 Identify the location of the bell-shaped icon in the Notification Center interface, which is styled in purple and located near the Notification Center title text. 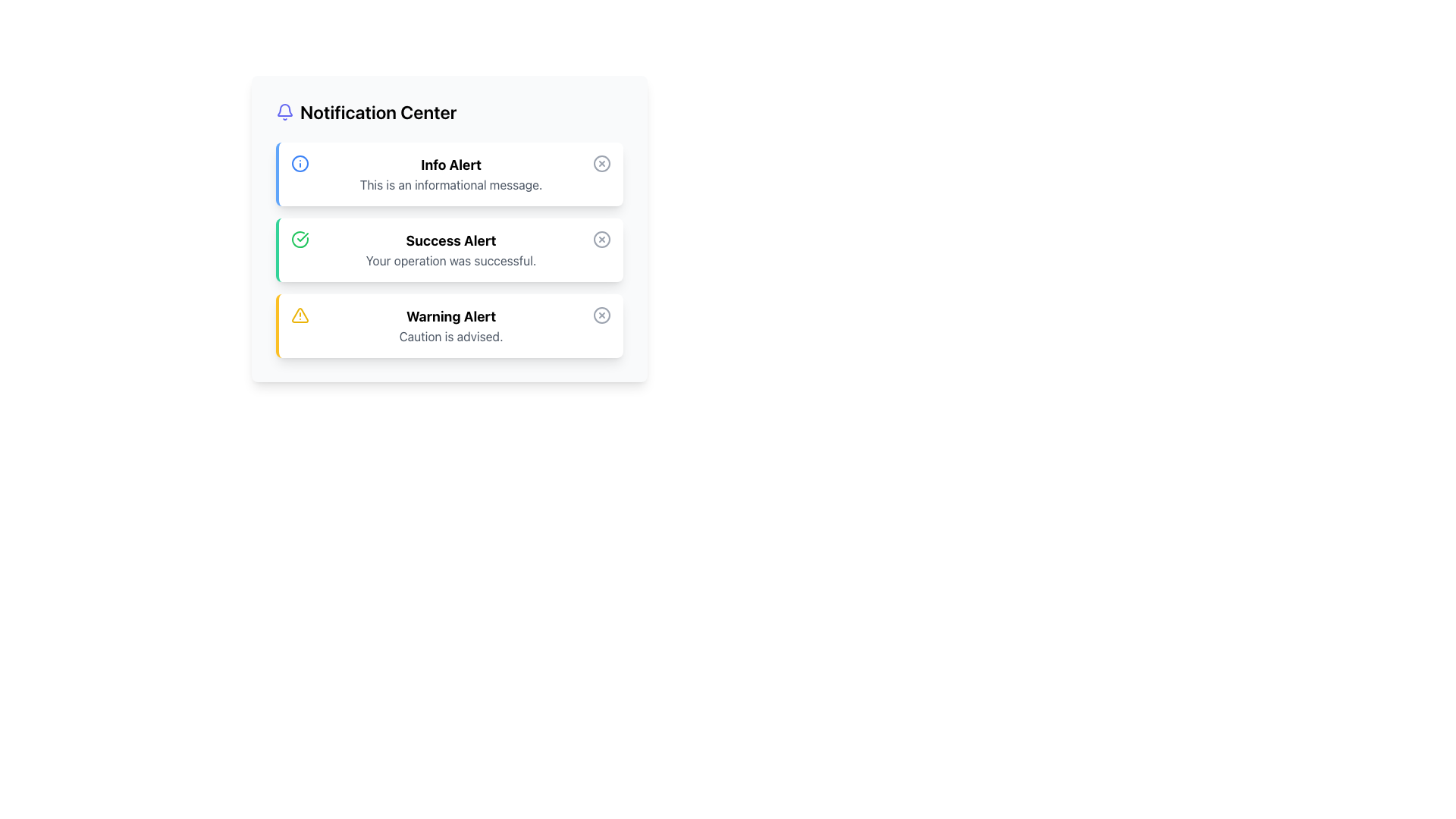
(284, 109).